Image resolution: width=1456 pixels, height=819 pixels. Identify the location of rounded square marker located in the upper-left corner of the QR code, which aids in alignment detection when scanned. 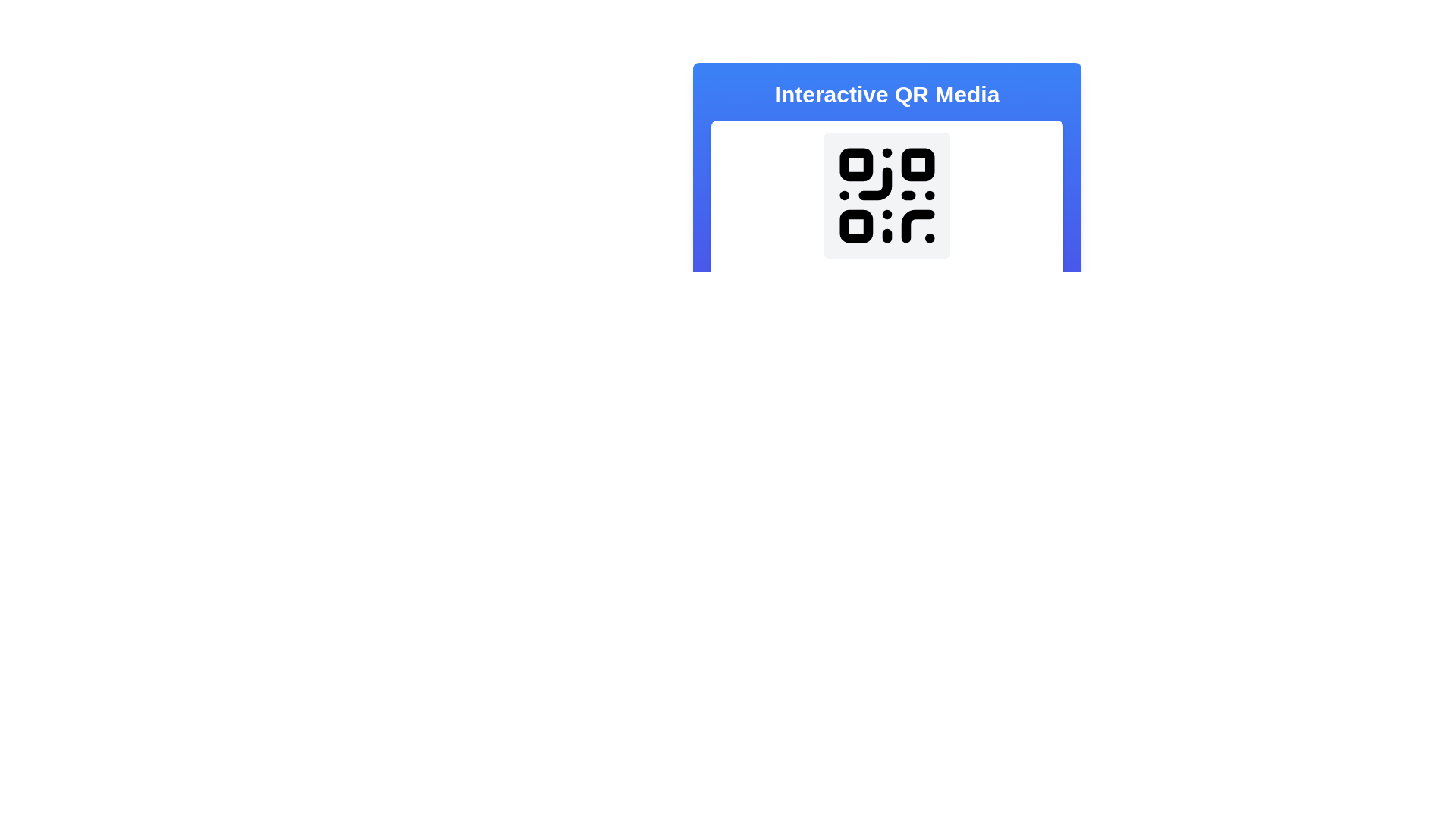
(856, 165).